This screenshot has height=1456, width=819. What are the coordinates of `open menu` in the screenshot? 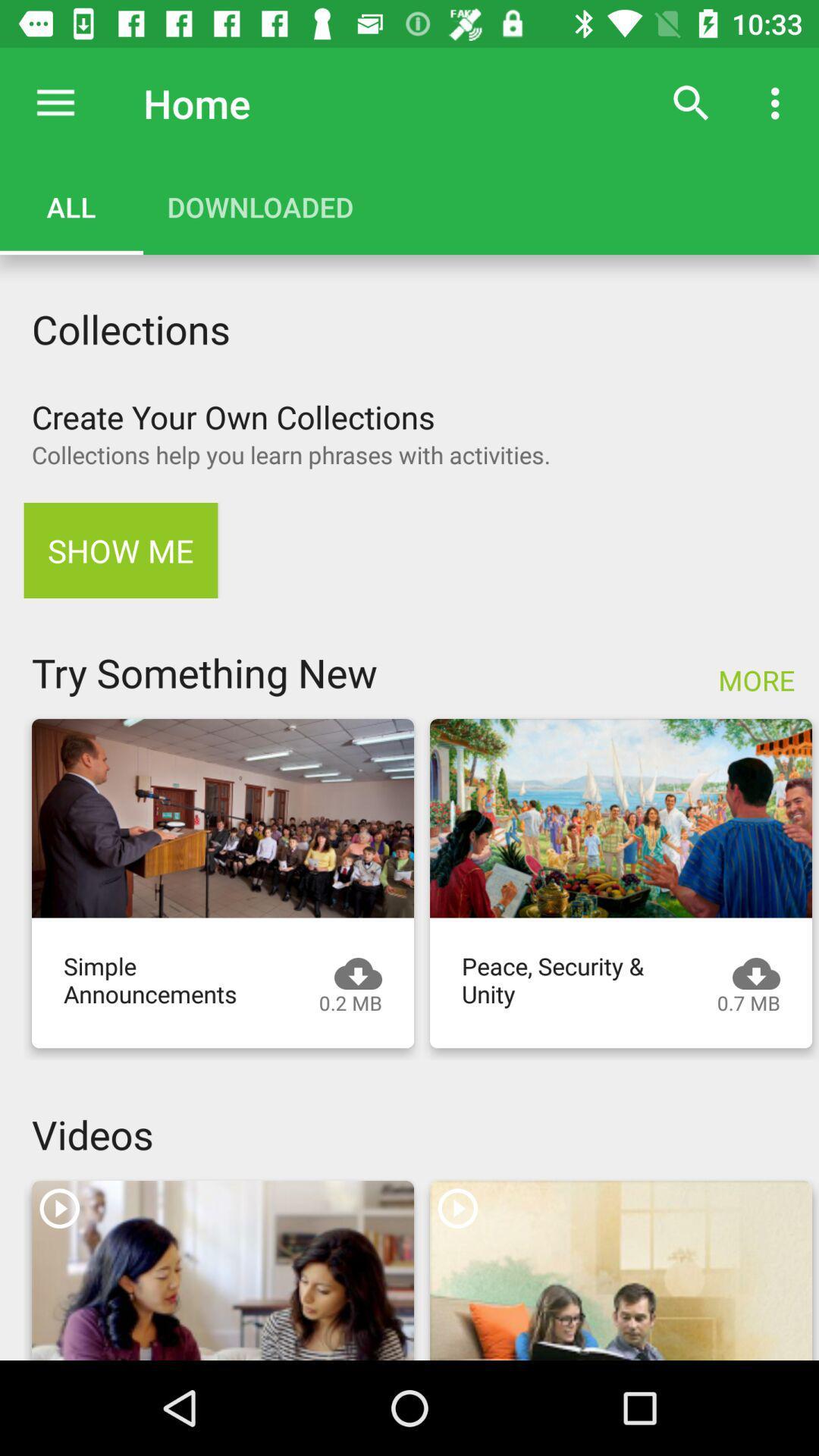 It's located at (55, 102).